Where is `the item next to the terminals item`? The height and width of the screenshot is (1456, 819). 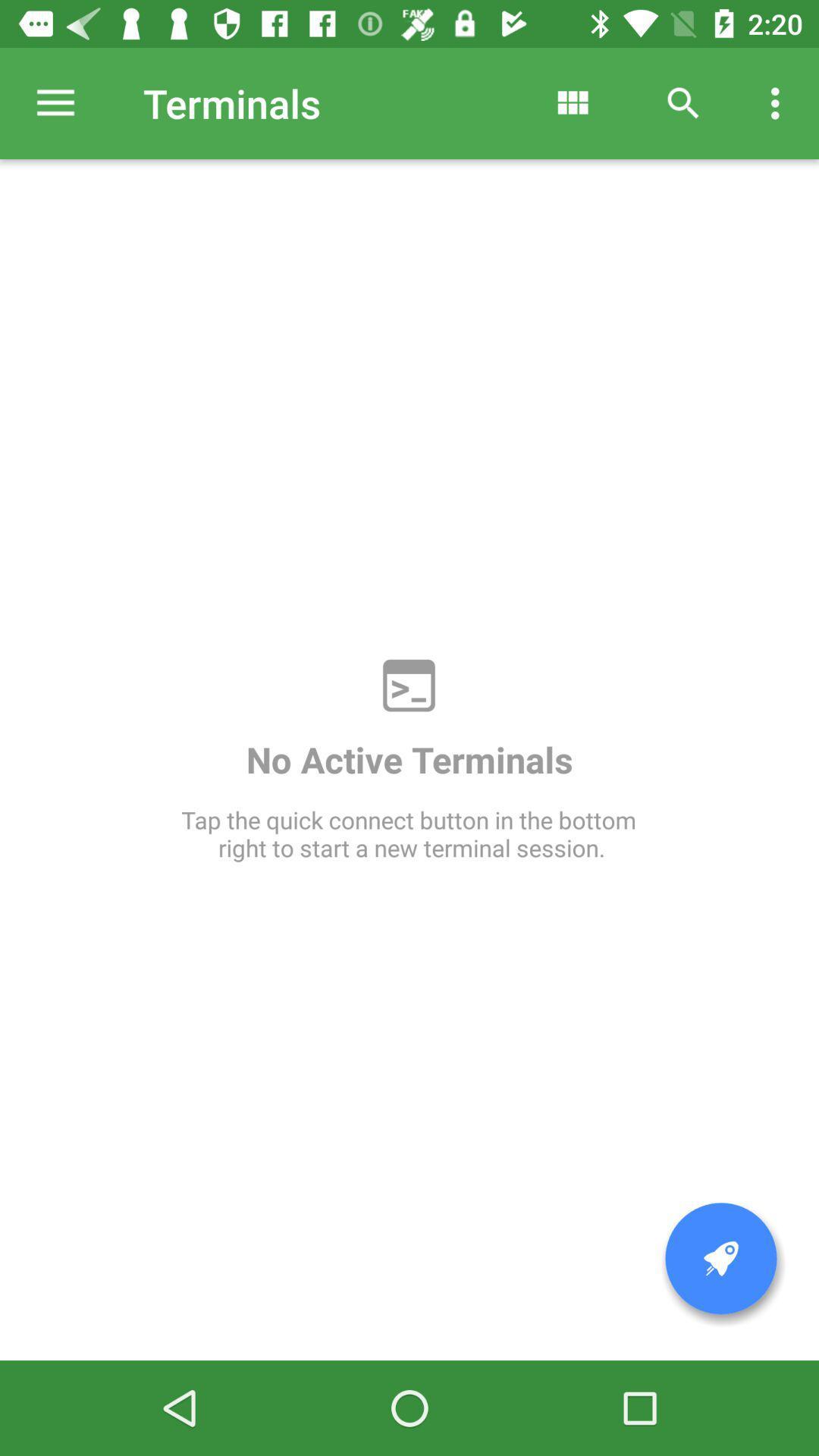
the item next to the terminals item is located at coordinates (572, 102).